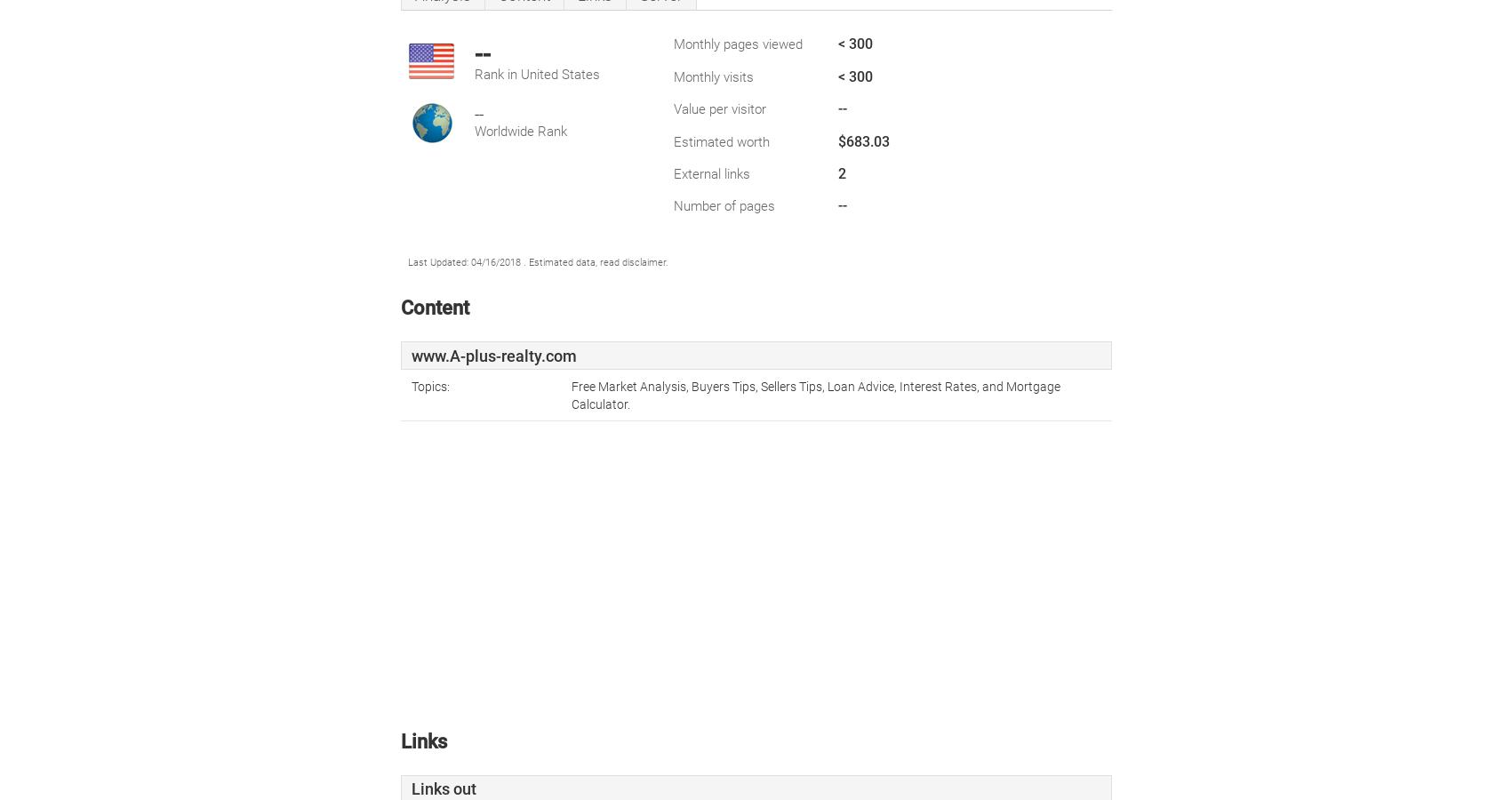  What do you see at coordinates (443, 788) in the screenshot?
I see `'Links out'` at bounding box center [443, 788].